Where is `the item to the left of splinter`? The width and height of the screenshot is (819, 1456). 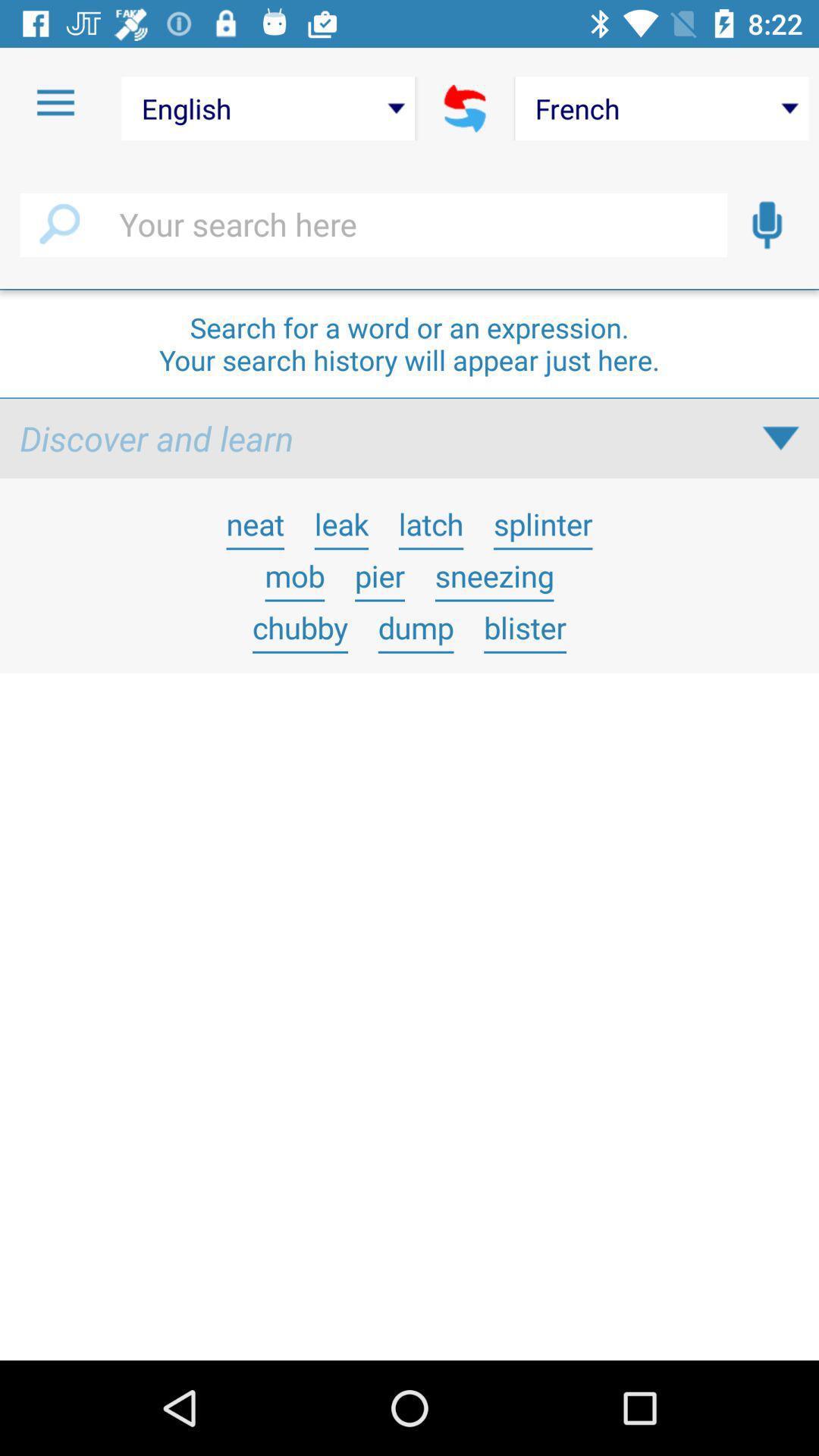
the item to the left of splinter is located at coordinates (431, 524).